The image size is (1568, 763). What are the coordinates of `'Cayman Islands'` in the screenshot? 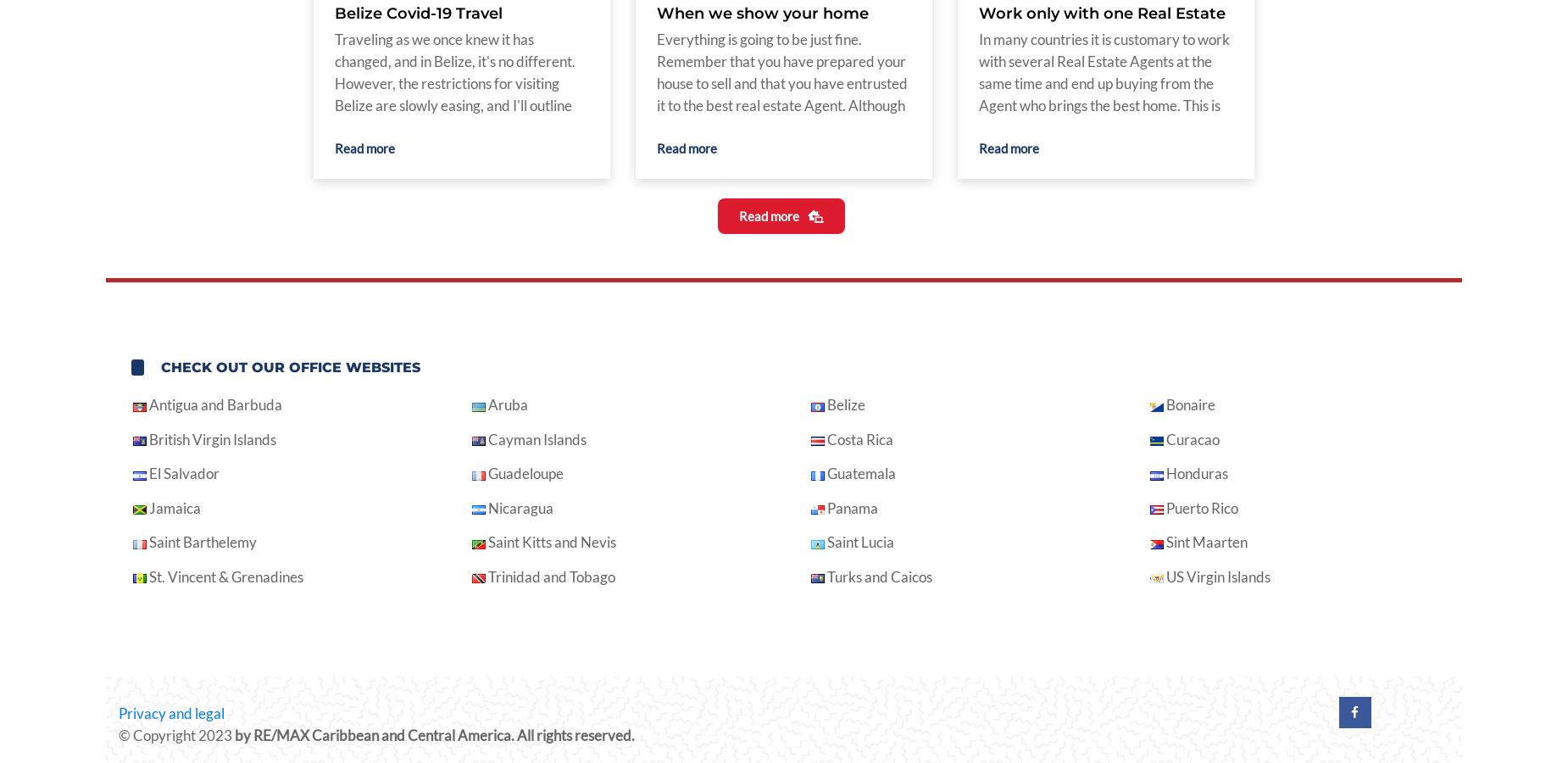 It's located at (485, 437).